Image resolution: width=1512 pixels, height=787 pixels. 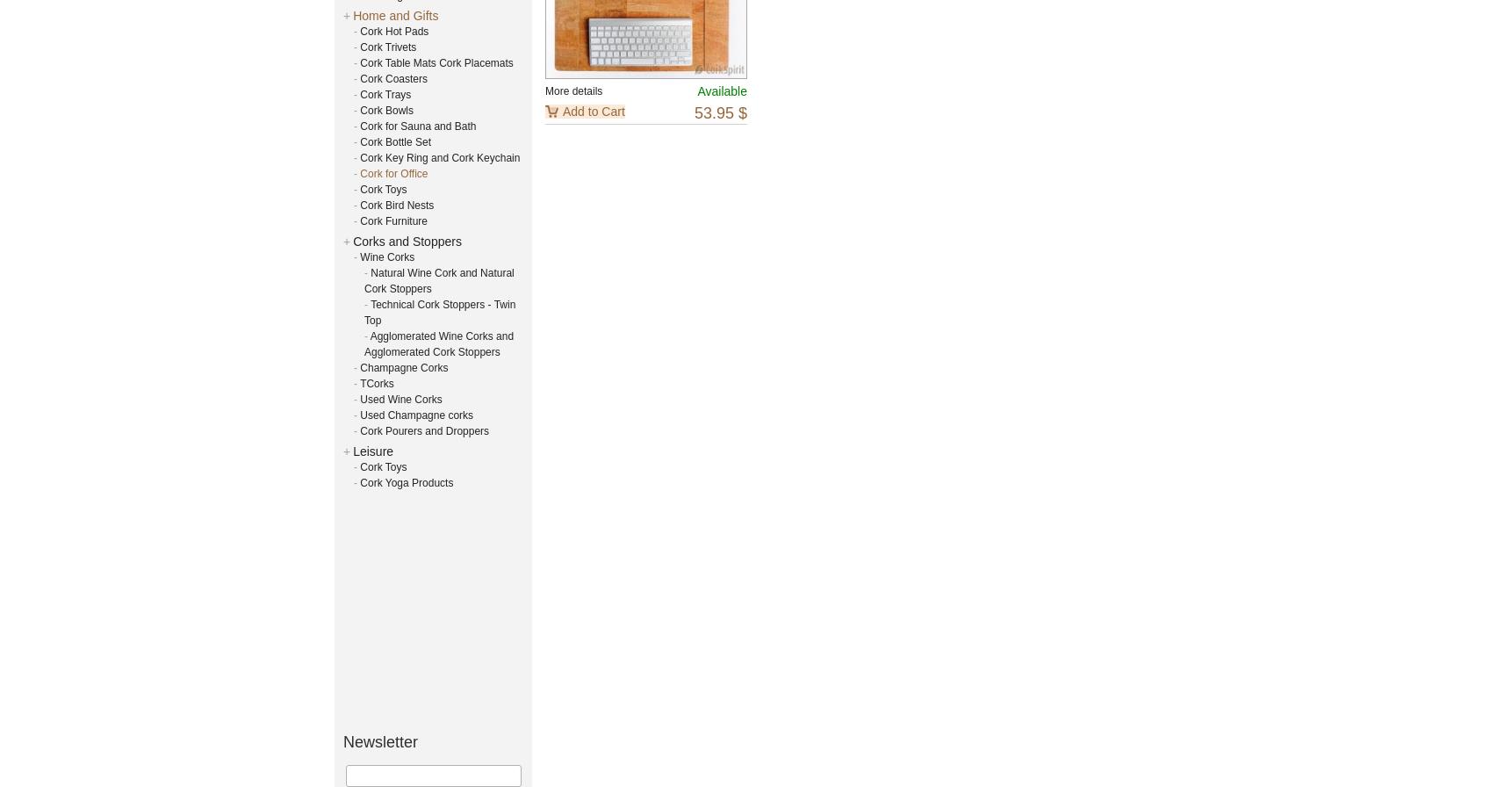 I want to click on 'Agglomerated Wine Corks and Agglomerated Cork Stoppers', so click(x=439, y=343).